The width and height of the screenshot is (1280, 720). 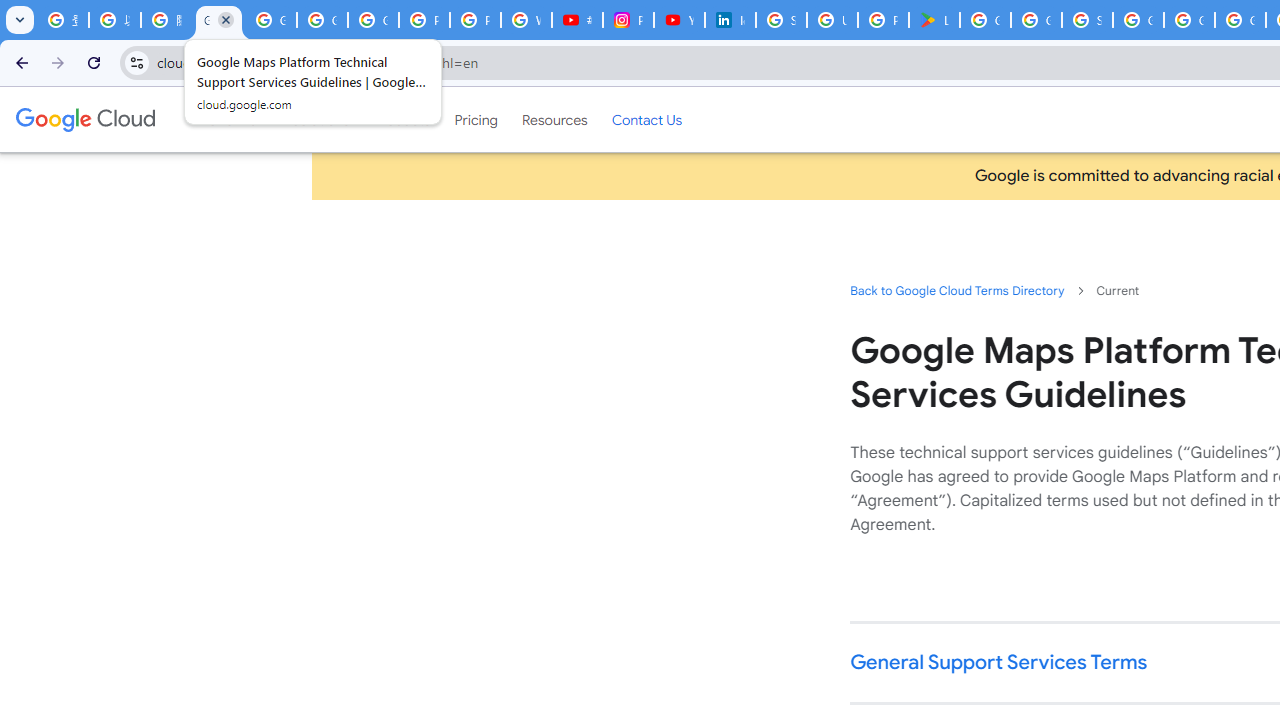 I want to click on 'YouTube Culture & Trends - On The Rise: Handcam Videos', so click(x=679, y=20).